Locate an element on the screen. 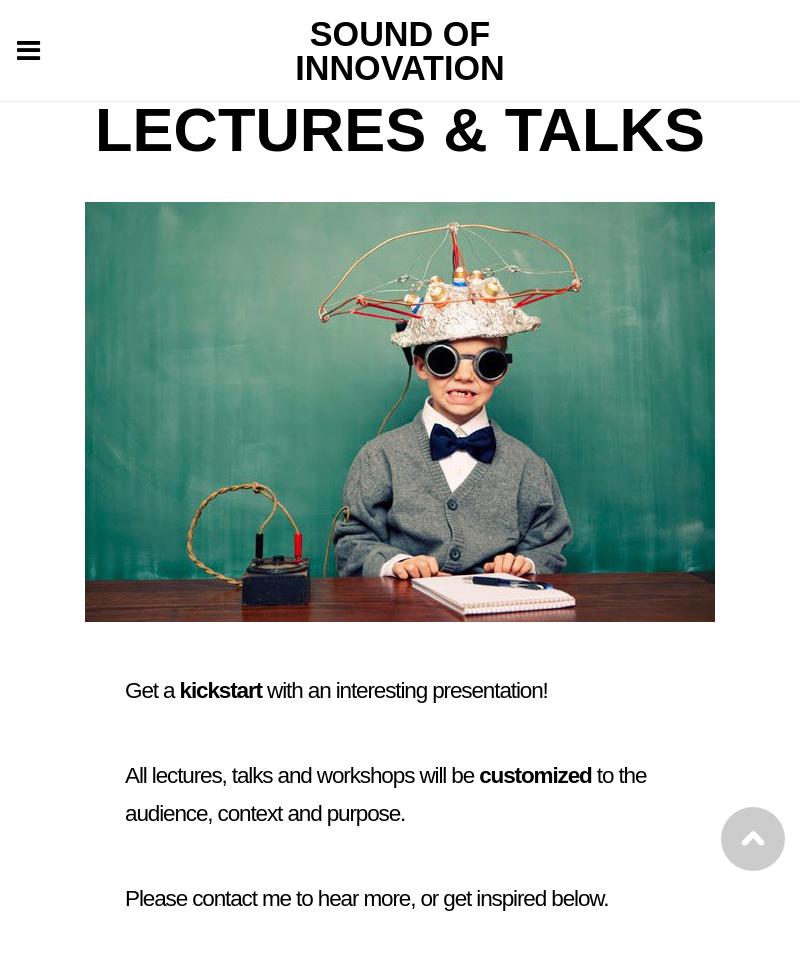 This screenshot has height=966, width=800. 'contact' is located at coordinates (224, 897).